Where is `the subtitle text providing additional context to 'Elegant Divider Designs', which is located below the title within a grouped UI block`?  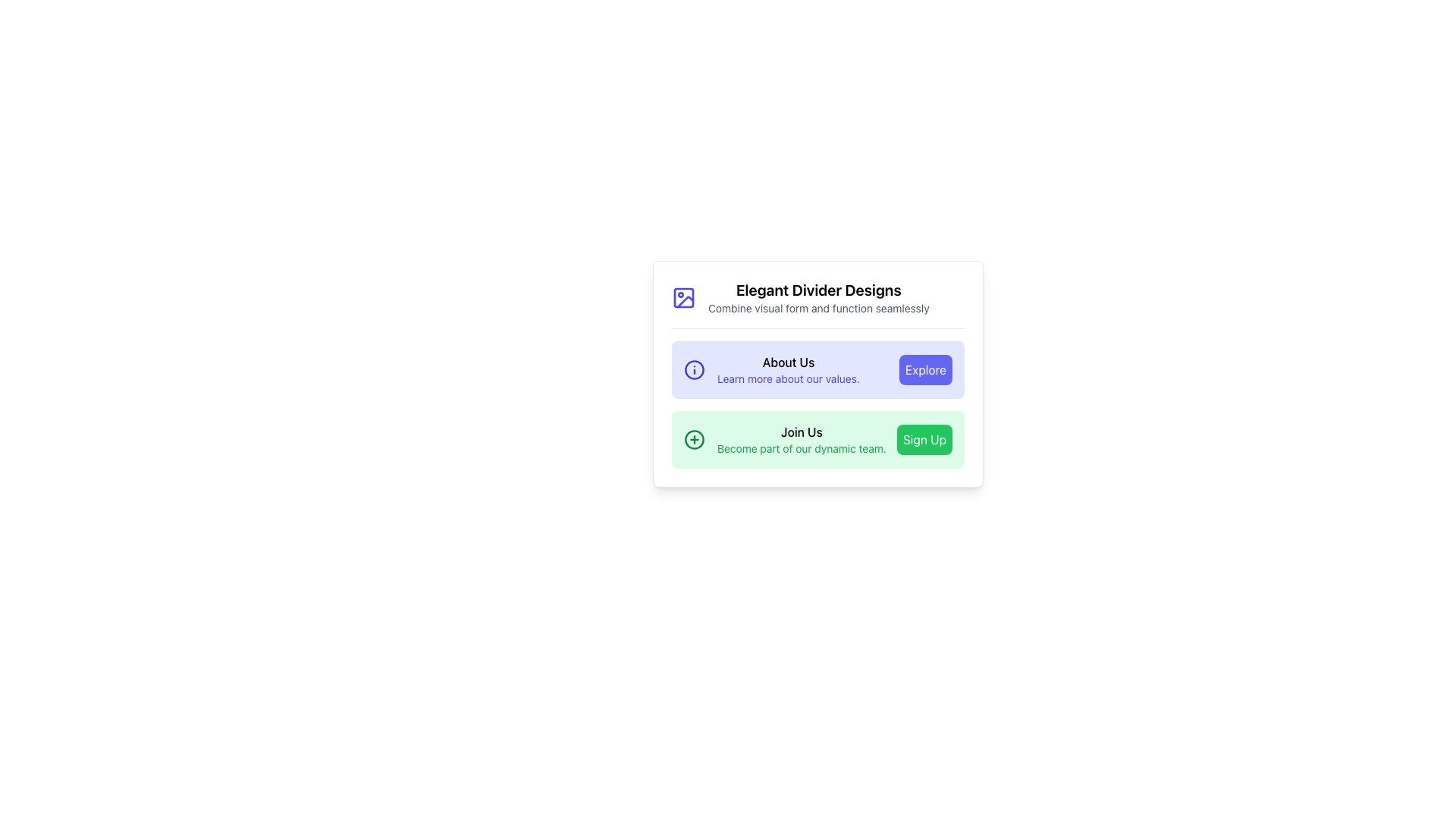 the subtitle text providing additional context to 'Elegant Divider Designs', which is located below the title within a grouped UI block is located at coordinates (817, 308).